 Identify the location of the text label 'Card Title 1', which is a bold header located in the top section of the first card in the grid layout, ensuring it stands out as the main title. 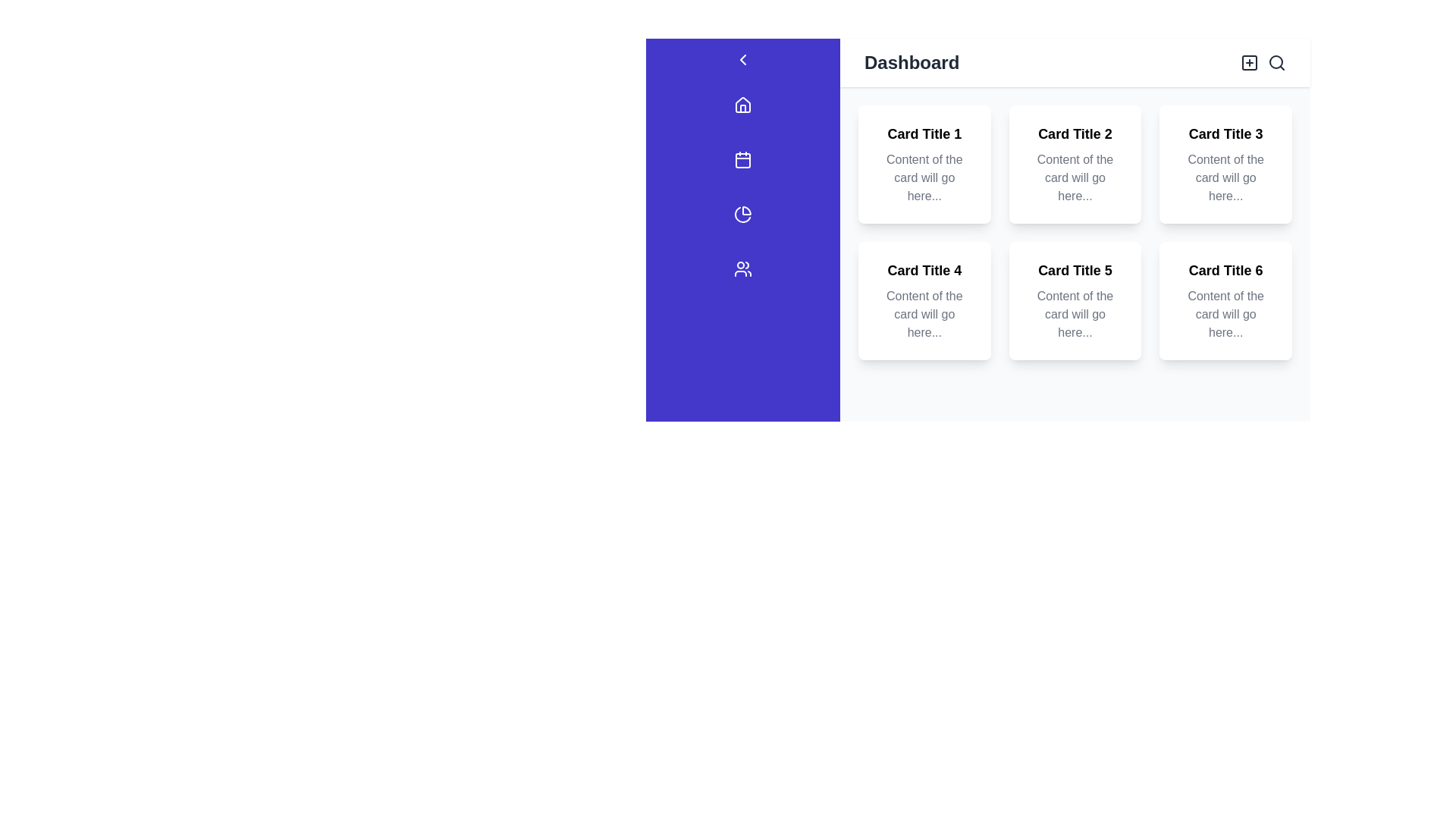
(924, 133).